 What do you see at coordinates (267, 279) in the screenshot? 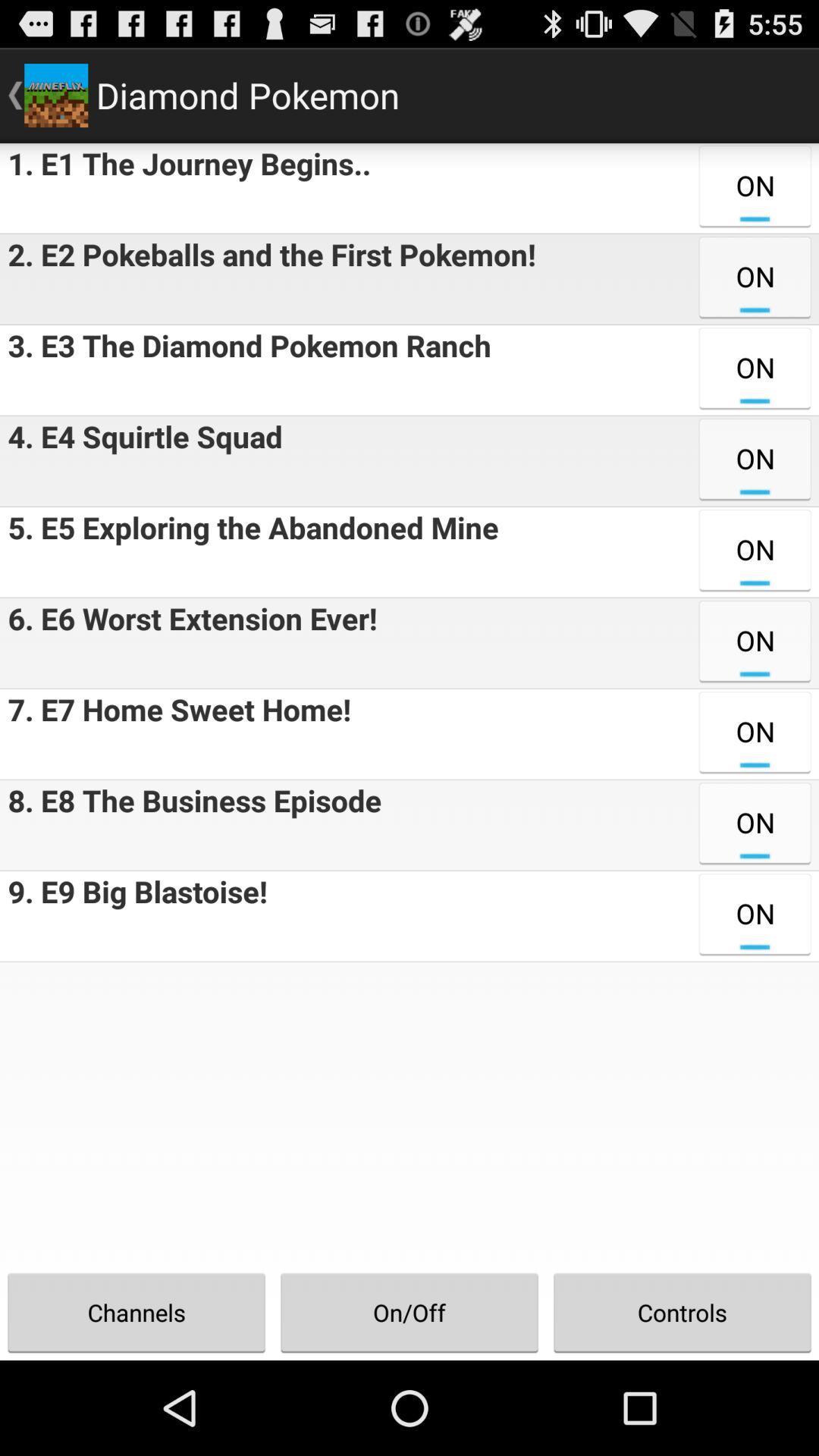
I see `2 e2 pokeballs item` at bounding box center [267, 279].